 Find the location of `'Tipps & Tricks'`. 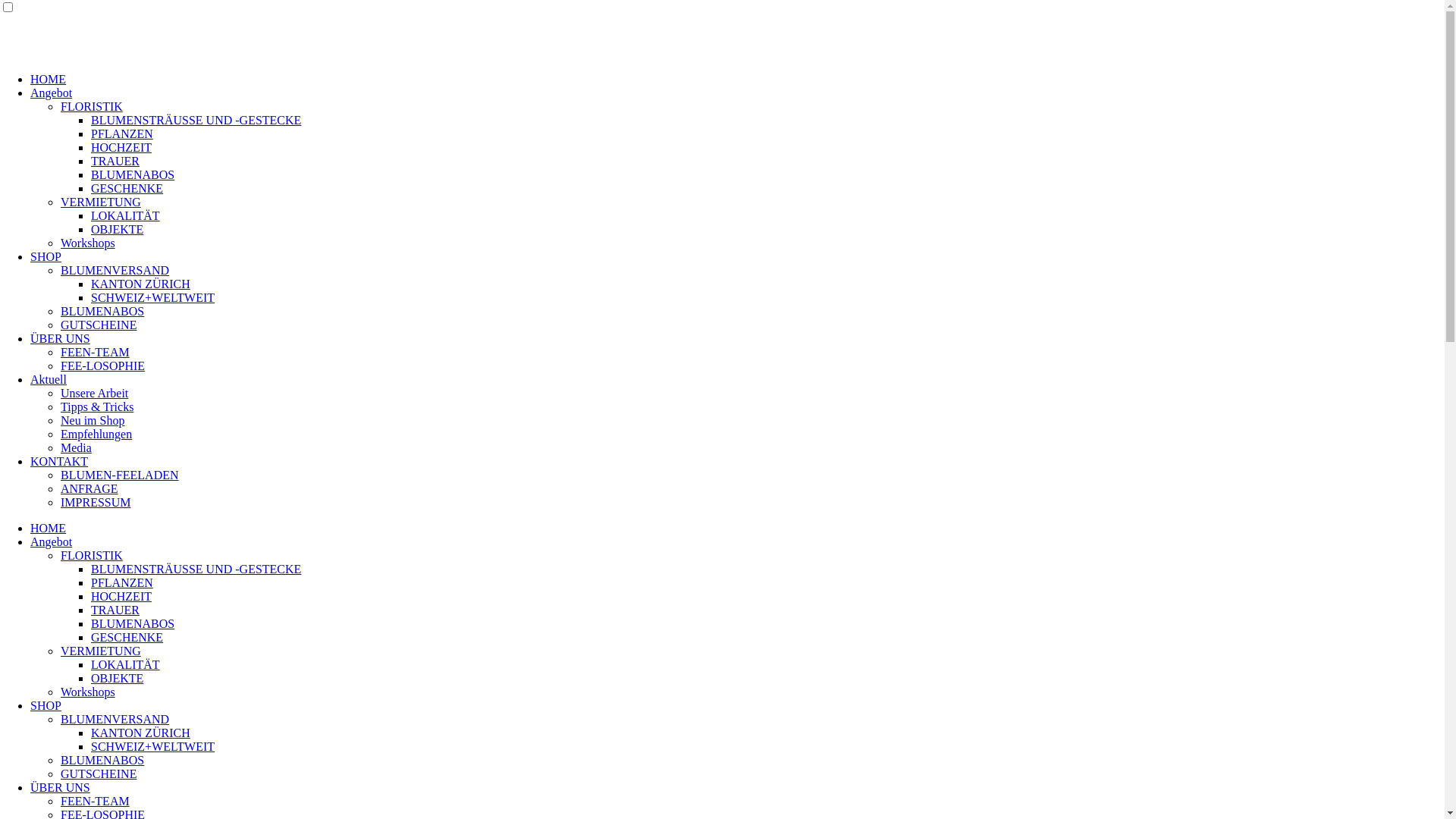

'Tipps & Tricks' is located at coordinates (96, 406).